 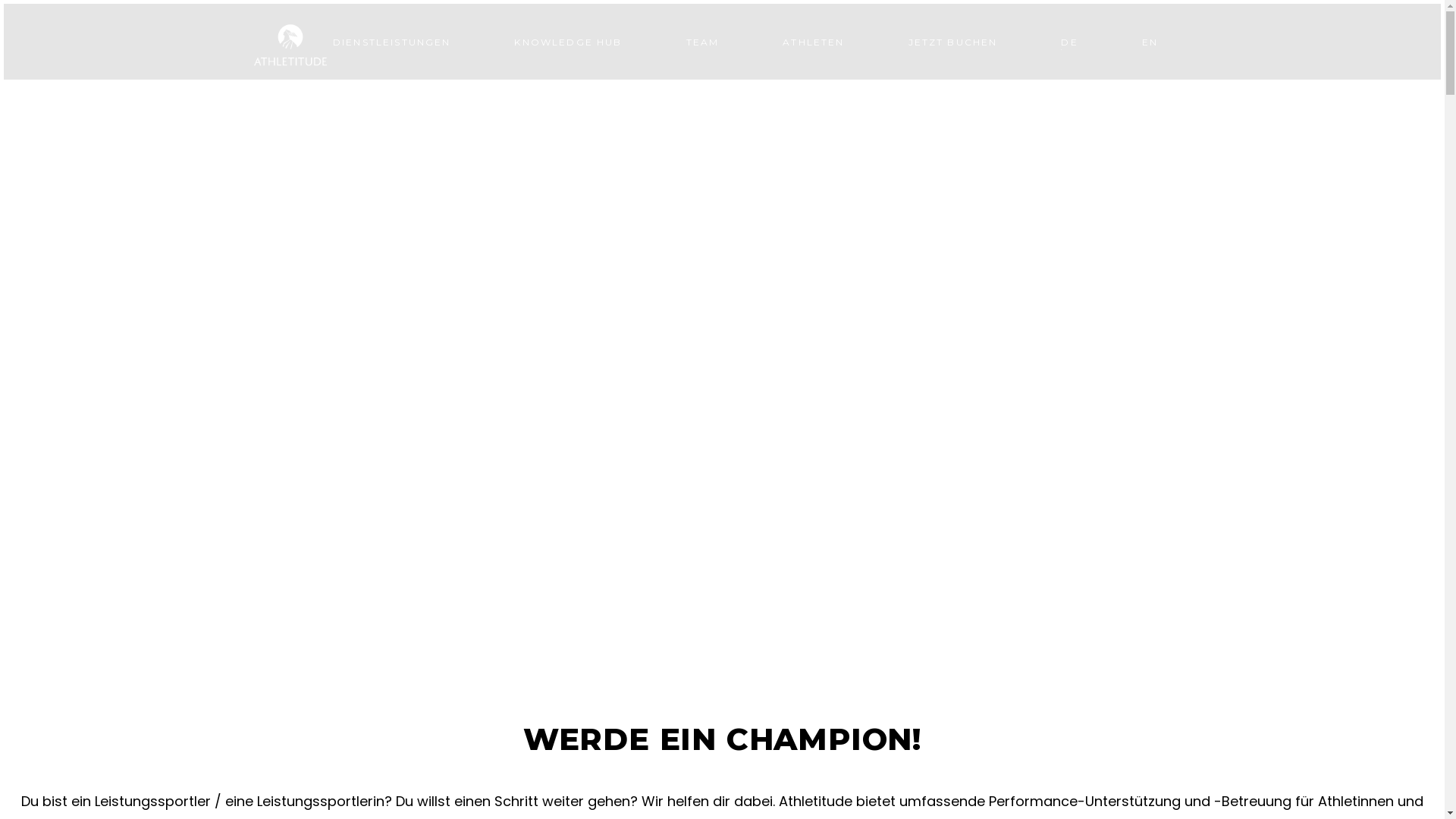 What do you see at coordinates (392, 41) in the screenshot?
I see `'DIENSTLEISTUNGEN'` at bounding box center [392, 41].